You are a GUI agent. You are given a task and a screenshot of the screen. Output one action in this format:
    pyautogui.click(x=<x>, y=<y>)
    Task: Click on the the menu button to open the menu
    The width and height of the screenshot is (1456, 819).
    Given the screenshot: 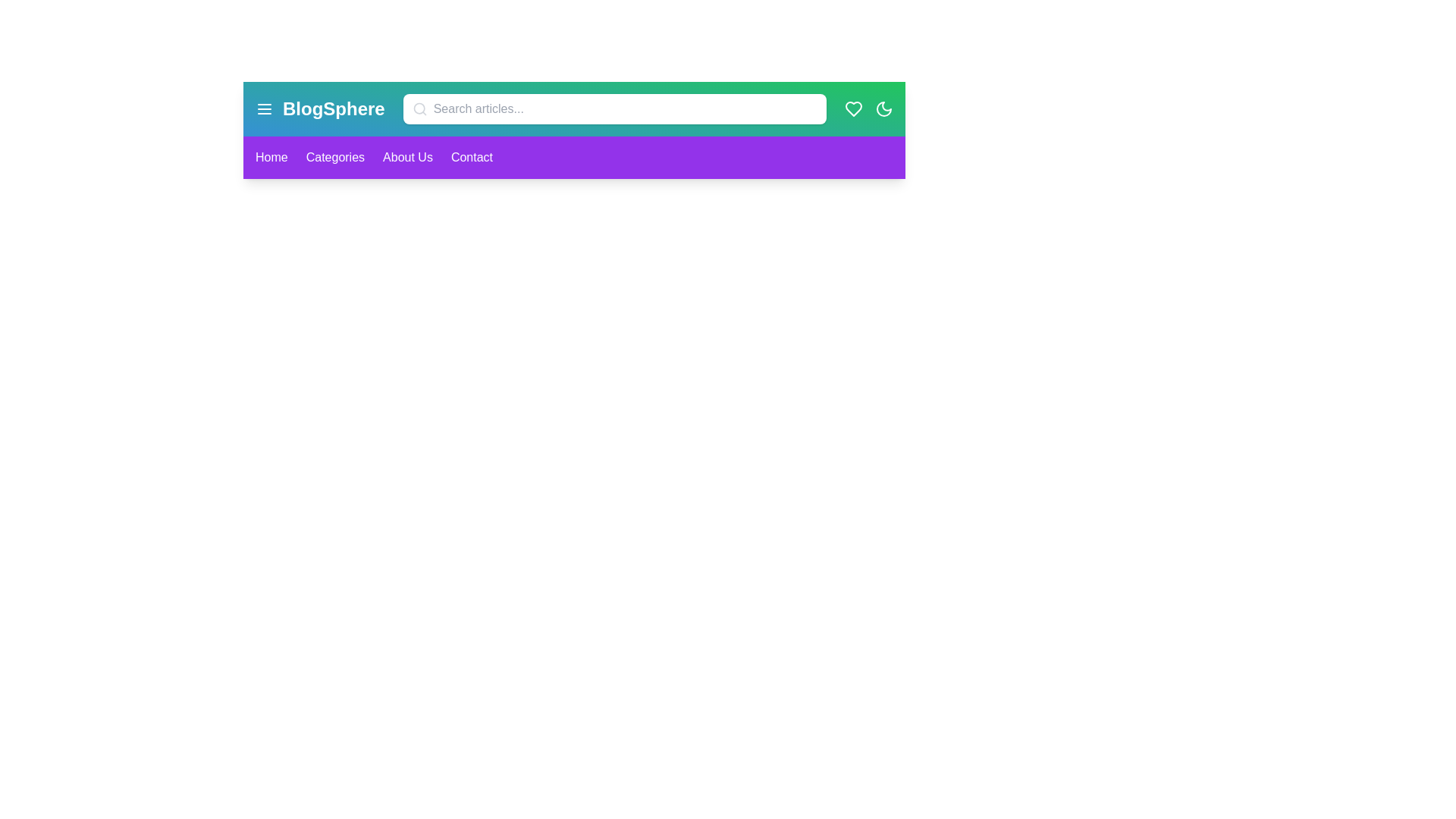 What is the action you would take?
    pyautogui.click(x=265, y=108)
    